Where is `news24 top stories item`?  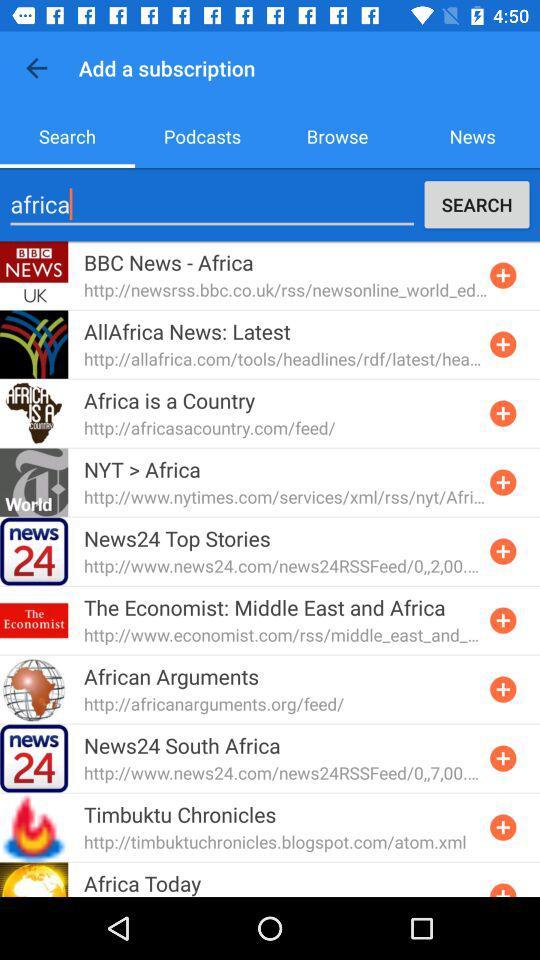 news24 top stories item is located at coordinates (177, 537).